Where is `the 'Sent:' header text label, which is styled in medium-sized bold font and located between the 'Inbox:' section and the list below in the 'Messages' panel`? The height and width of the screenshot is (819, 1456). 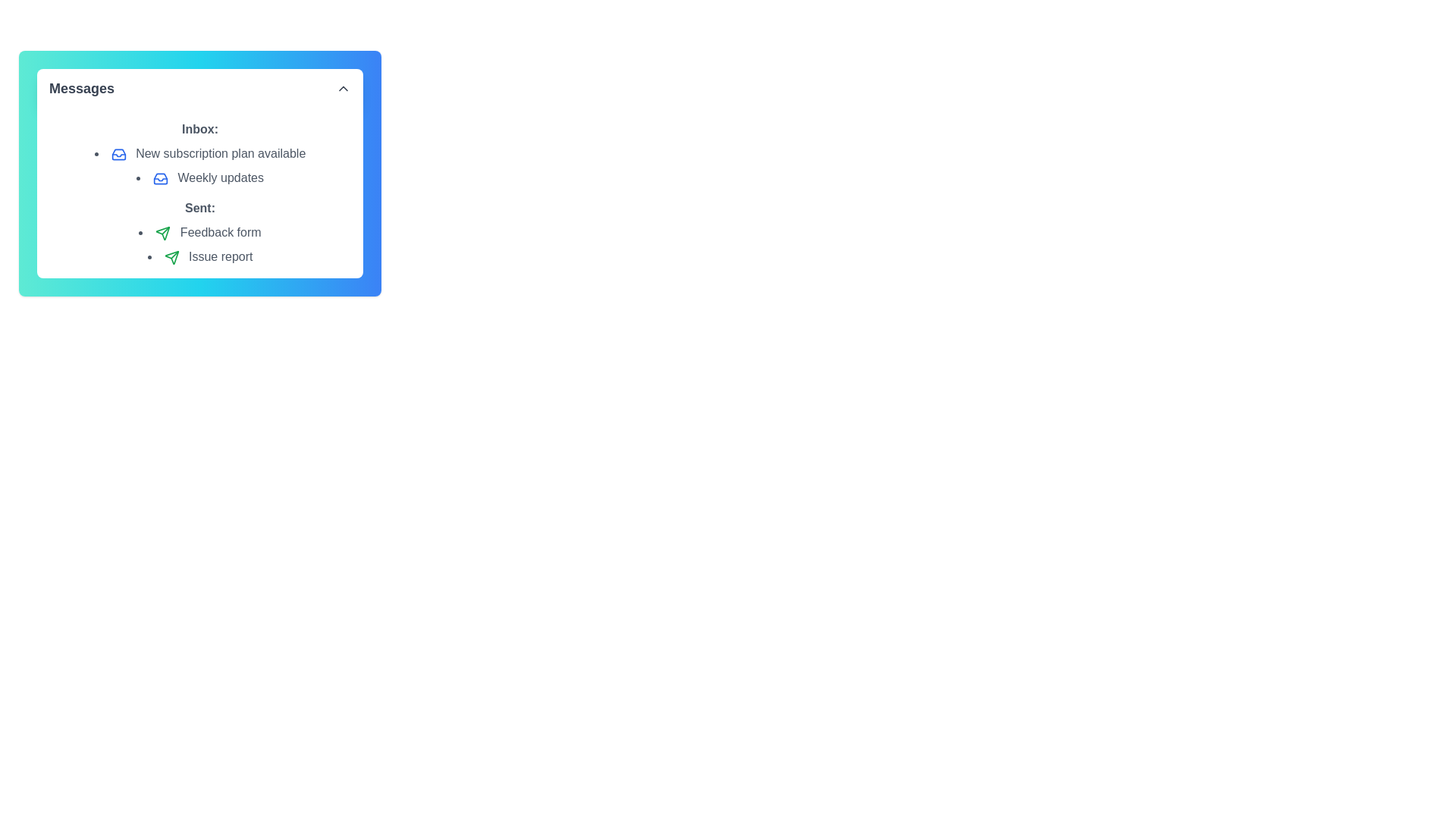 the 'Sent:' header text label, which is styled in medium-sized bold font and located between the 'Inbox:' section and the list below in the 'Messages' panel is located at coordinates (199, 208).